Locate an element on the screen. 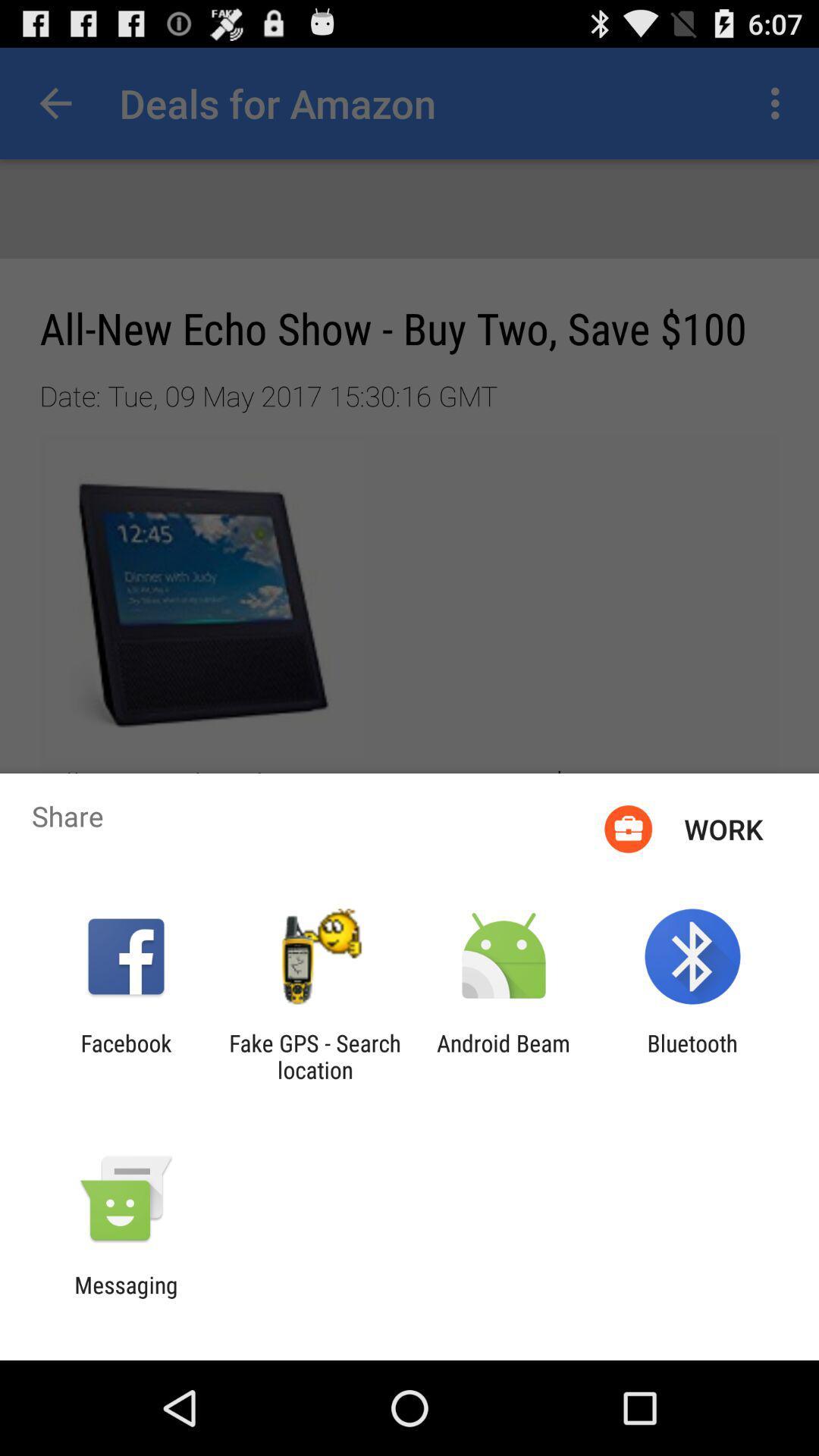  app at the bottom right corner is located at coordinates (692, 1056).